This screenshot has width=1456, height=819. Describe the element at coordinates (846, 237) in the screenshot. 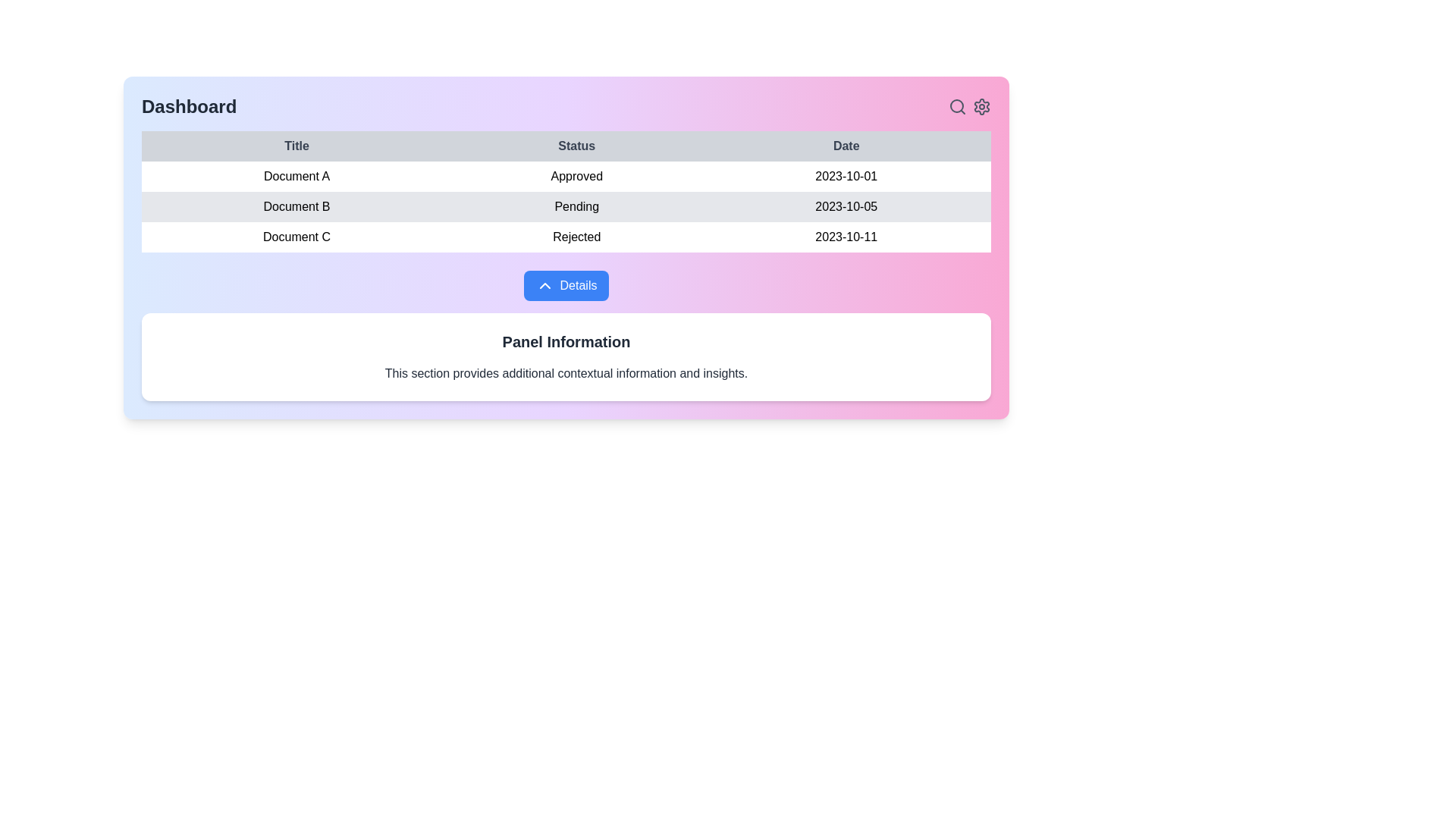

I see `the static text element displaying the date for 'Document C' located in the 'Date' column of the table` at that location.